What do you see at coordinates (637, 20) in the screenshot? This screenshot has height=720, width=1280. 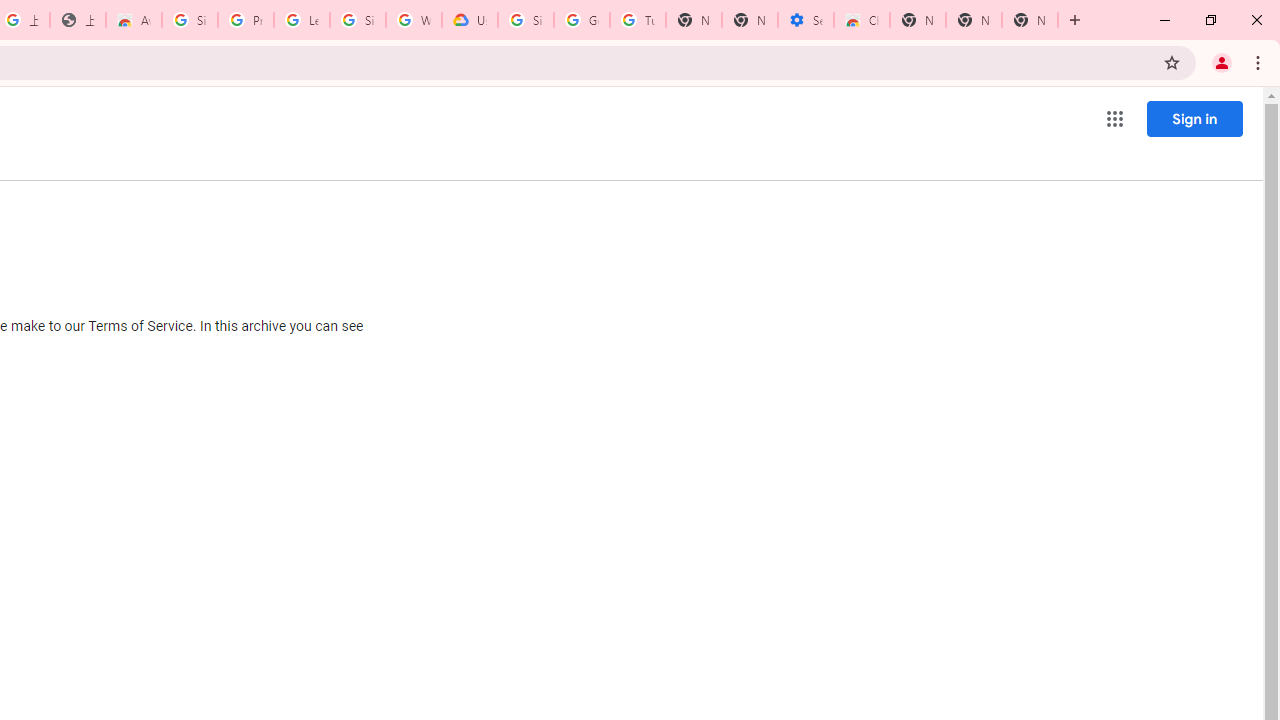 I see `'Turn cookies on or off - Computer - Google Account Help'` at bounding box center [637, 20].